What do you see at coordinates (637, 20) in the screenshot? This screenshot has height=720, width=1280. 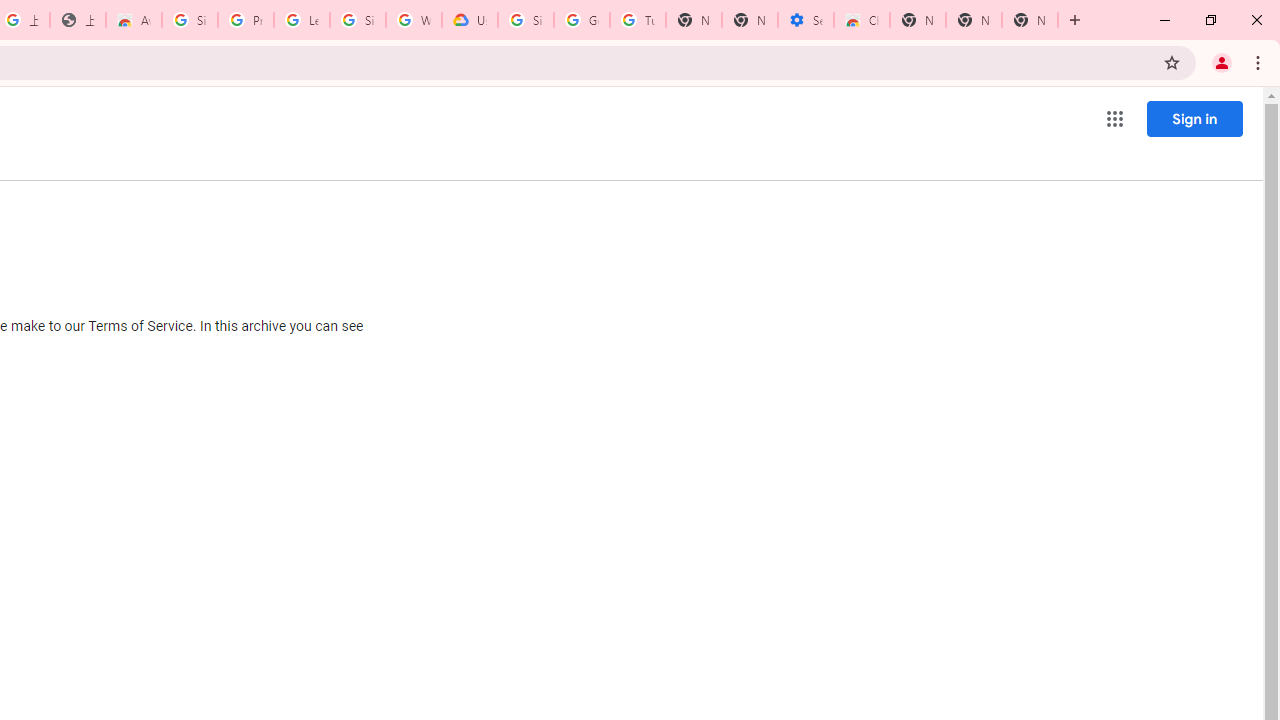 I see `'Turn cookies on or off - Computer - Google Account Help'` at bounding box center [637, 20].